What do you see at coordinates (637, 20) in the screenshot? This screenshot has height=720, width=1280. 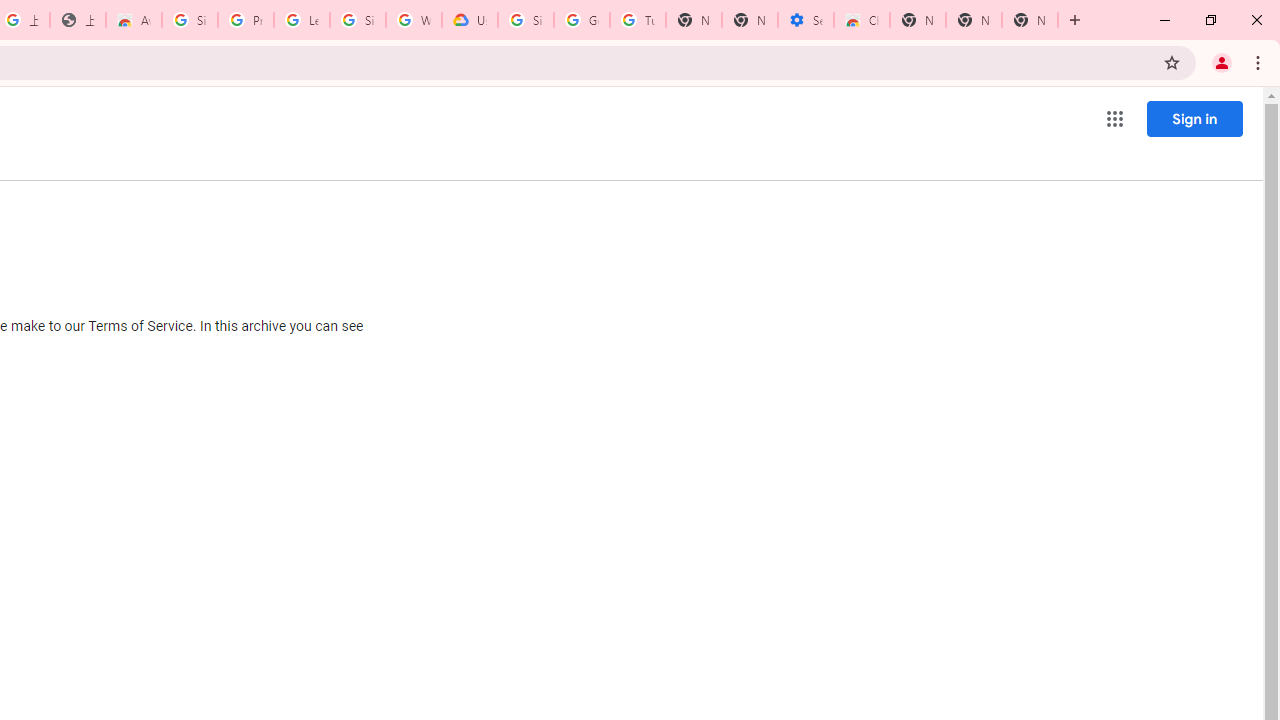 I see `'Turn cookies on or off - Computer - Google Account Help'` at bounding box center [637, 20].